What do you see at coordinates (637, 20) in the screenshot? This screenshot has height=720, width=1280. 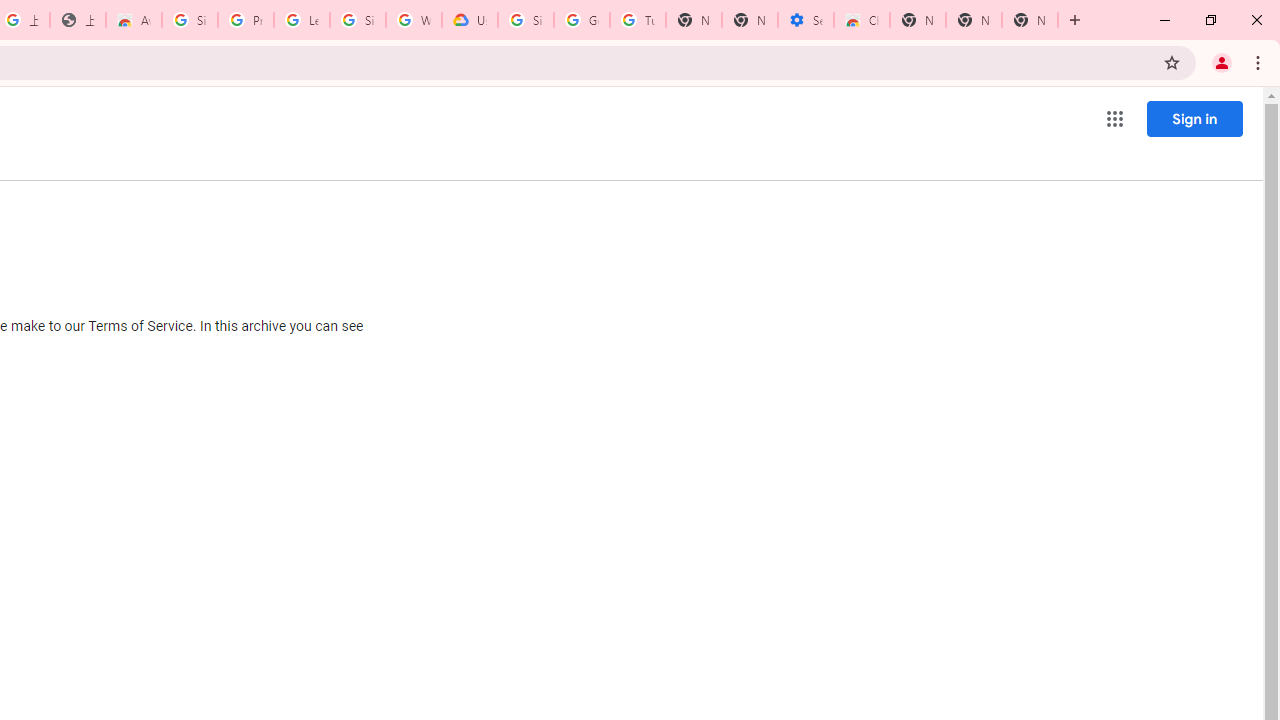 I see `'Turn cookies on or off - Computer - Google Account Help'` at bounding box center [637, 20].